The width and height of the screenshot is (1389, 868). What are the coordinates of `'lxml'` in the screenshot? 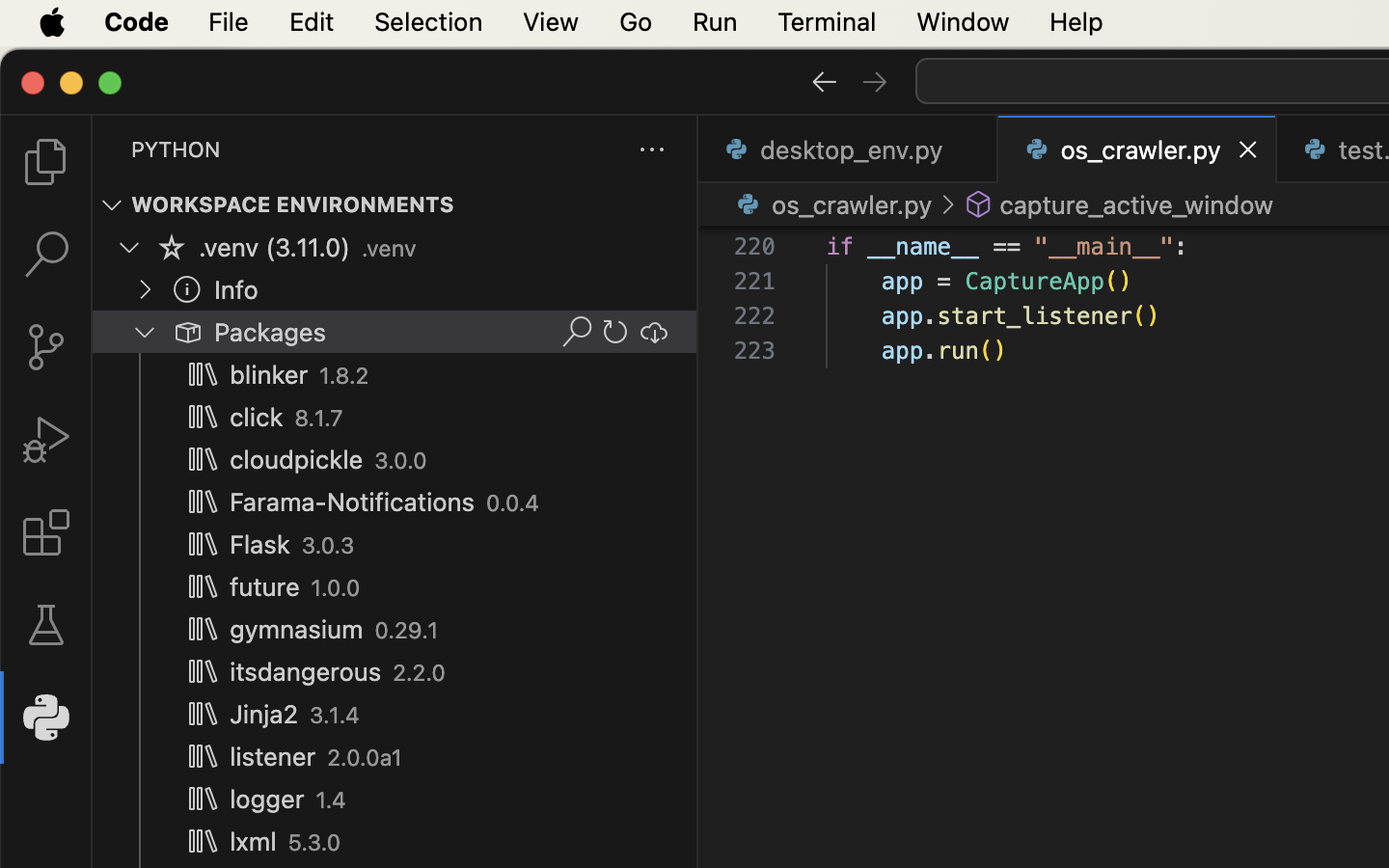 It's located at (252, 842).